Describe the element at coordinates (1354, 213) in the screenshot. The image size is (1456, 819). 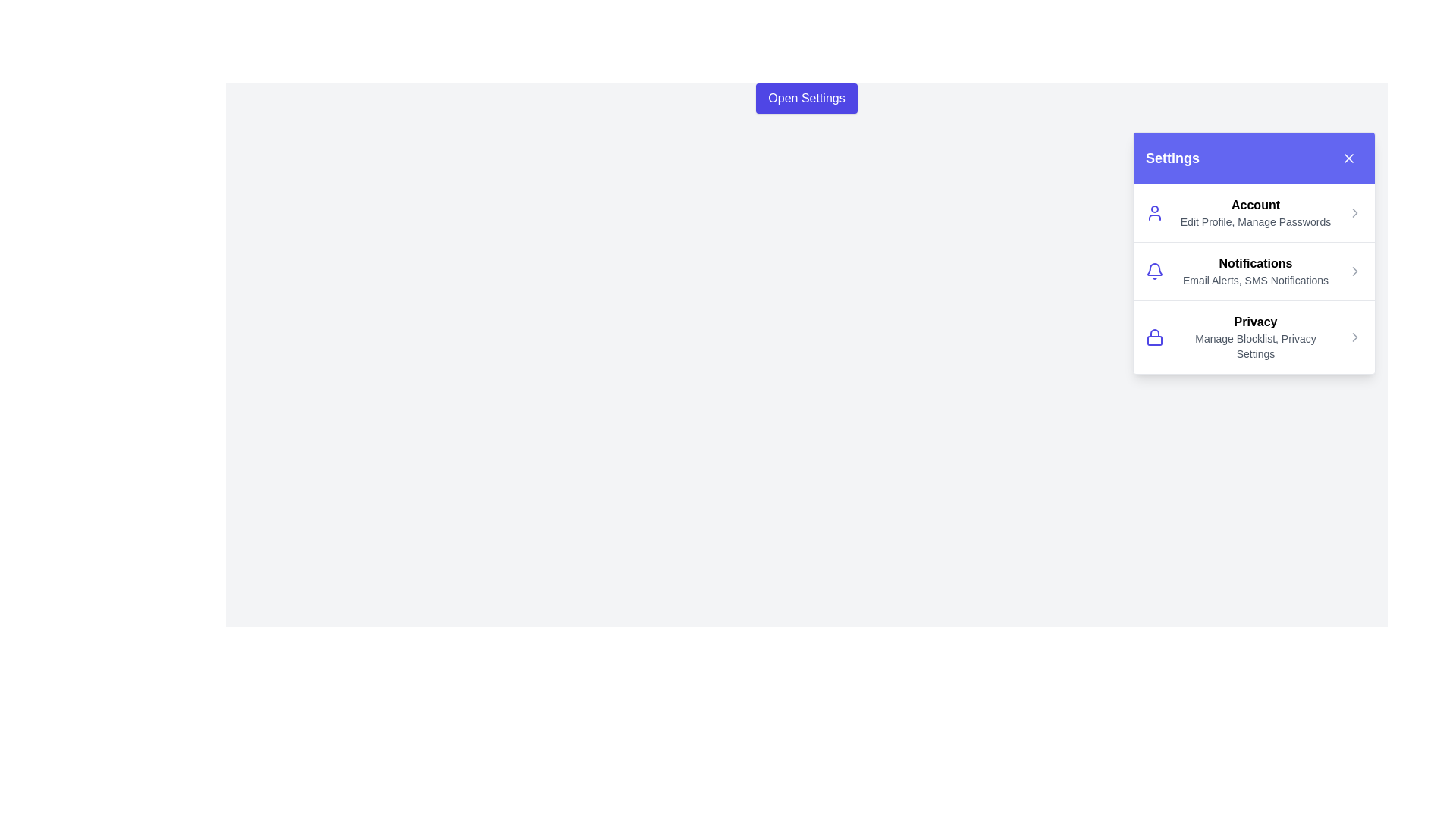
I see `the chevron icon in the Notifications row of the Settings menu to indicate its functionality as a navigational cue` at that location.